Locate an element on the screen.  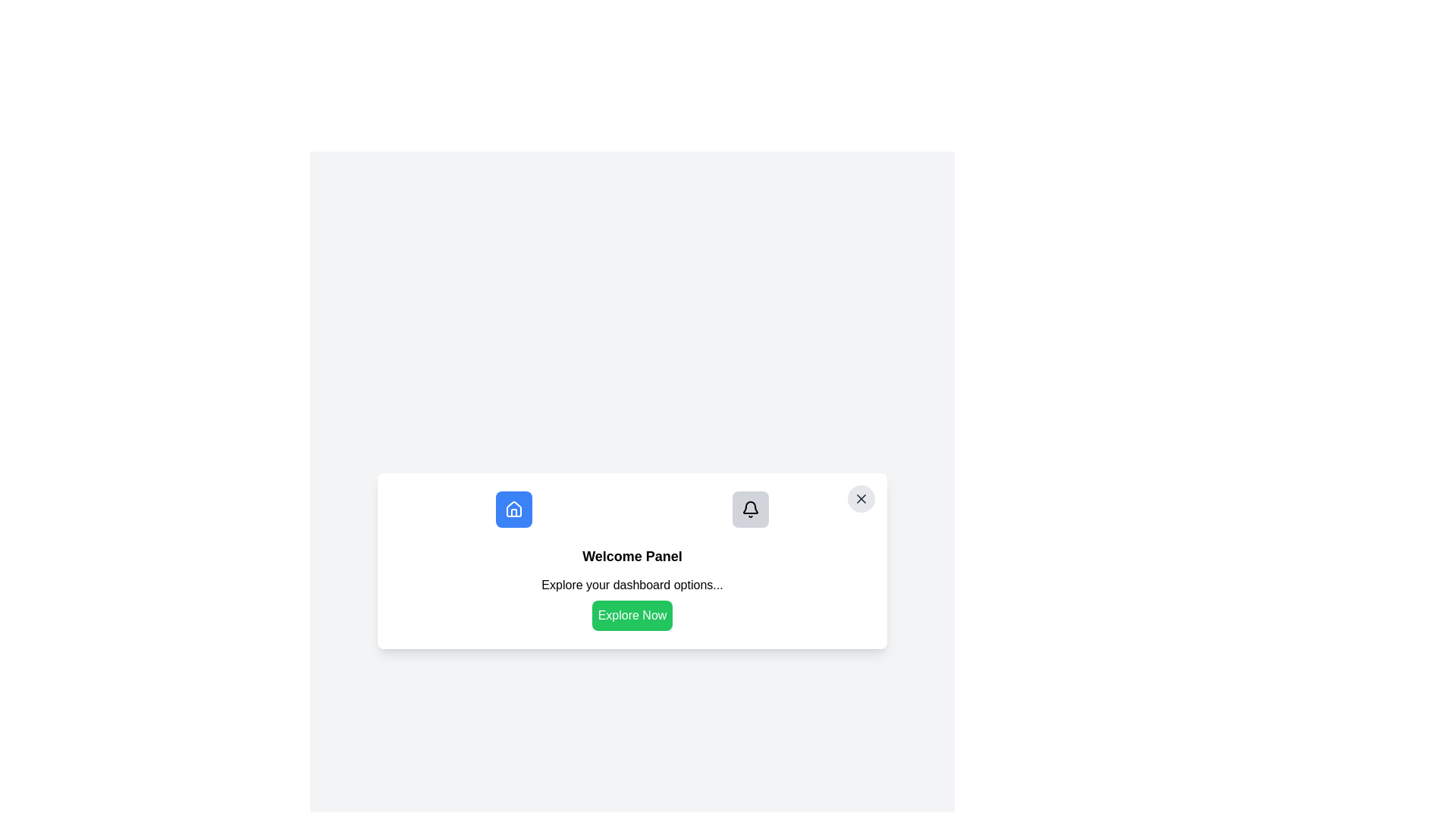
the home icon located at the top left side of the panel is located at coordinates (513, 509).